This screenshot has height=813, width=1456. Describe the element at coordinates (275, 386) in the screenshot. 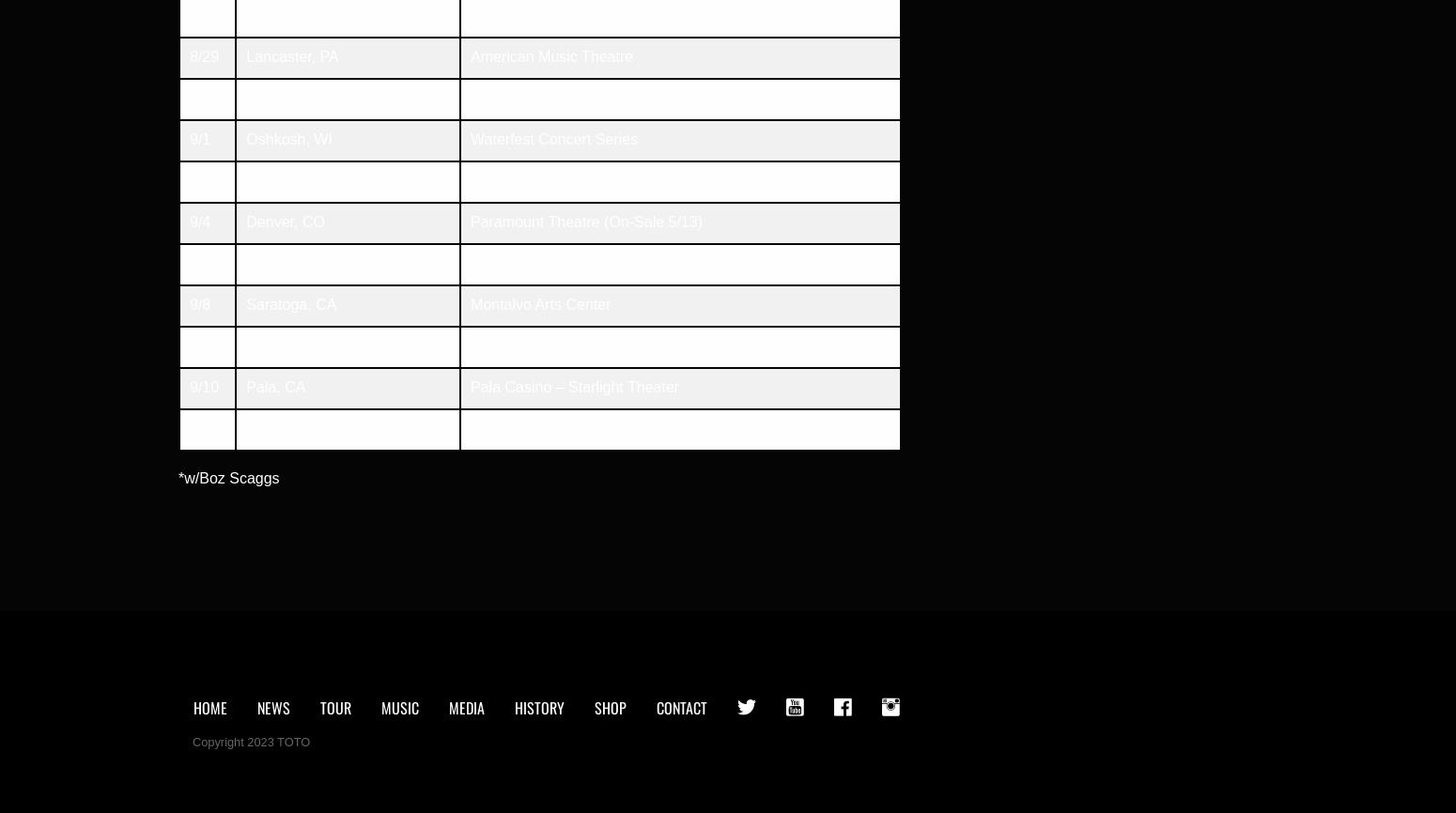

I see `'Pala, CA'` at that location.